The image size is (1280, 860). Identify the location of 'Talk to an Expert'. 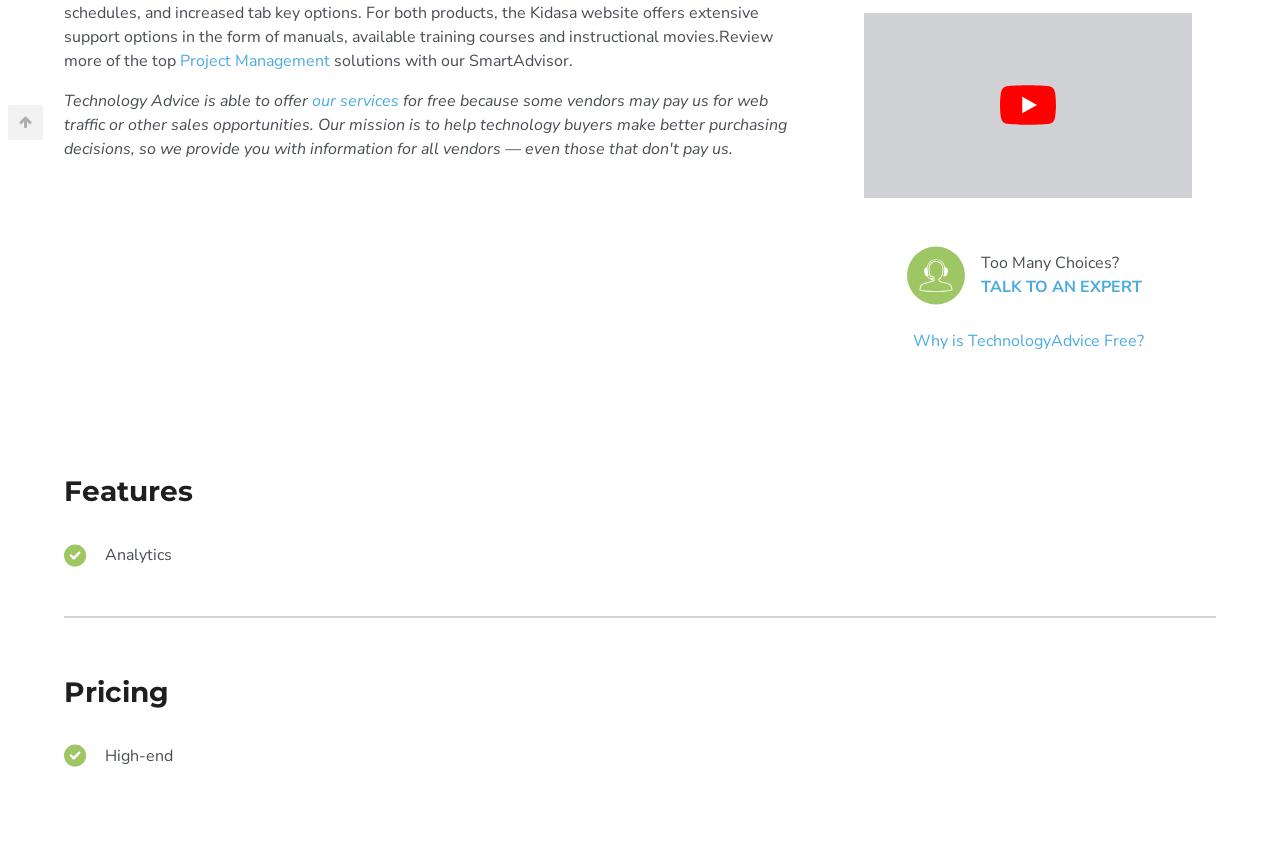
(979, 285).